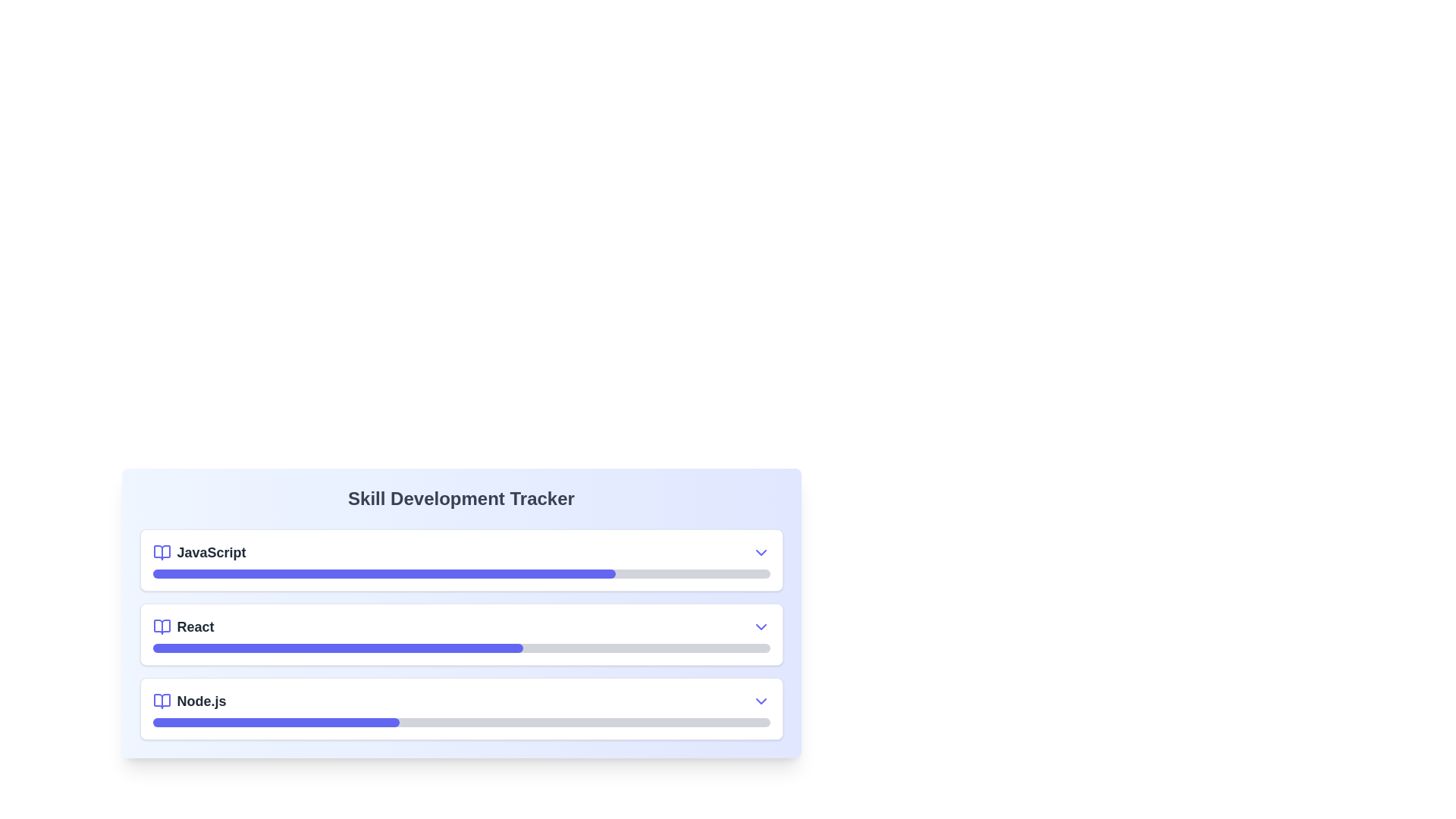 The width and height of the screenshot is (1456, 819). What do you see at coordinates (349, 648) in the screenshot?
I see `the progress of the bar` at bounding box center [349, 648].